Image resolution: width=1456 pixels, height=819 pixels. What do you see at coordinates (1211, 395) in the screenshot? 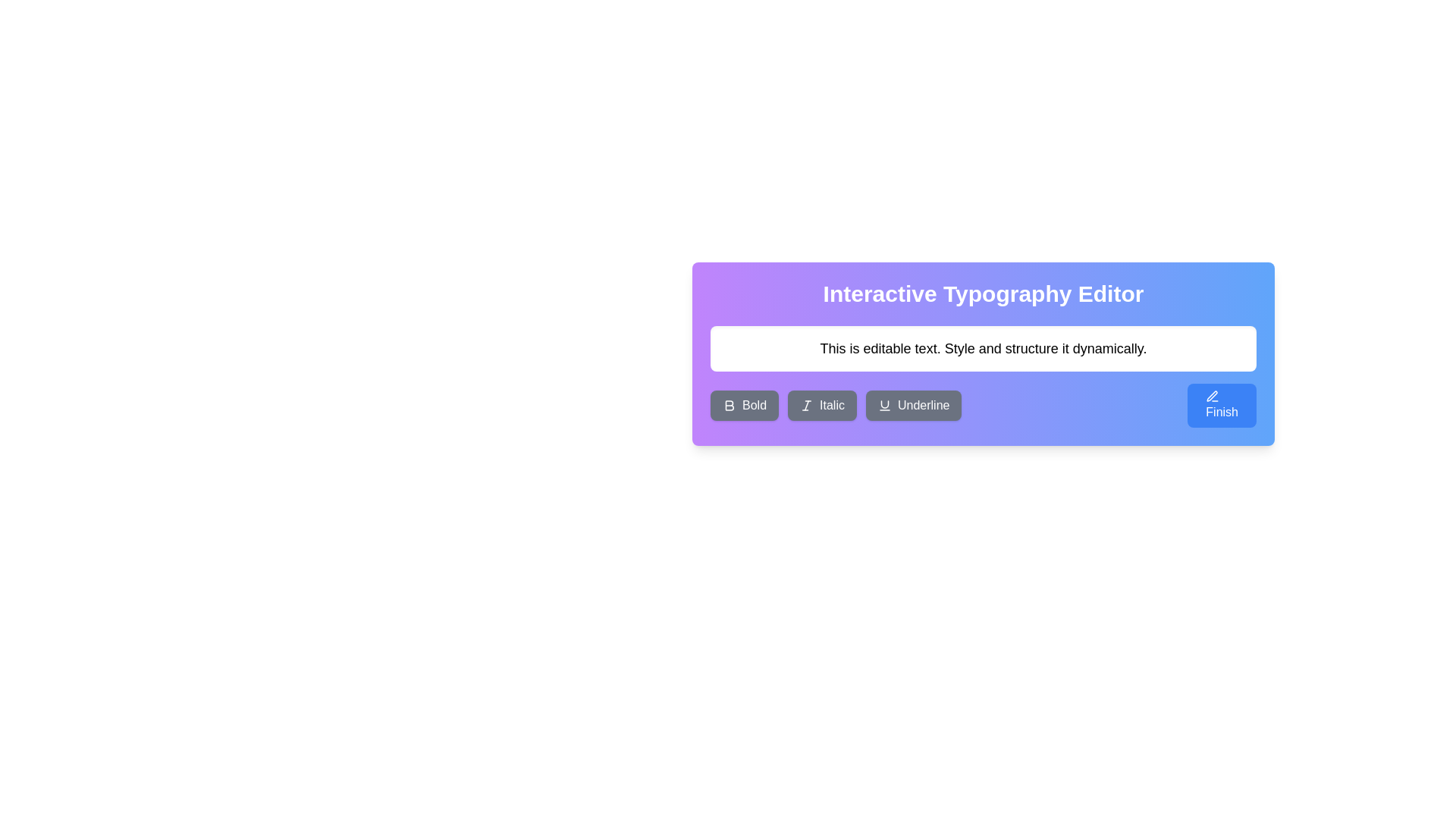
I see `the editing icon located in the bottom-right corner of the interface, next to the 'Finish' button, which is represented by a stylized depiction of a pen or editing tool` at bounding box center [1211, 395].